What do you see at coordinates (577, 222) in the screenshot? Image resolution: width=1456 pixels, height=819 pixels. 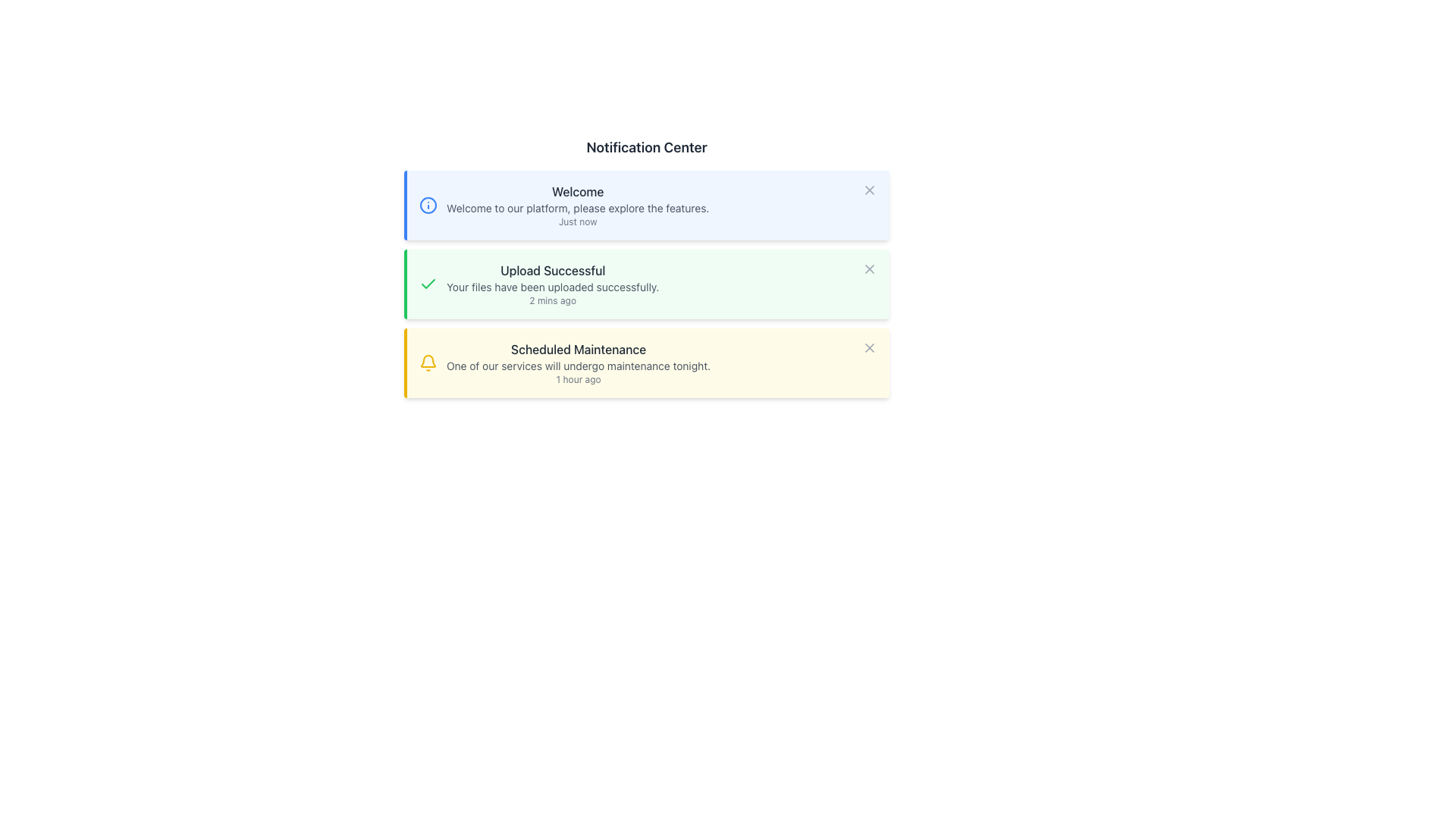 I see `the static text element that indicates the timestamp of the notification, located at the bottom-right of the first notification card, underneath the description text 'Welcome to our platform, please explore the features.'` at bounding box center [577, 222].